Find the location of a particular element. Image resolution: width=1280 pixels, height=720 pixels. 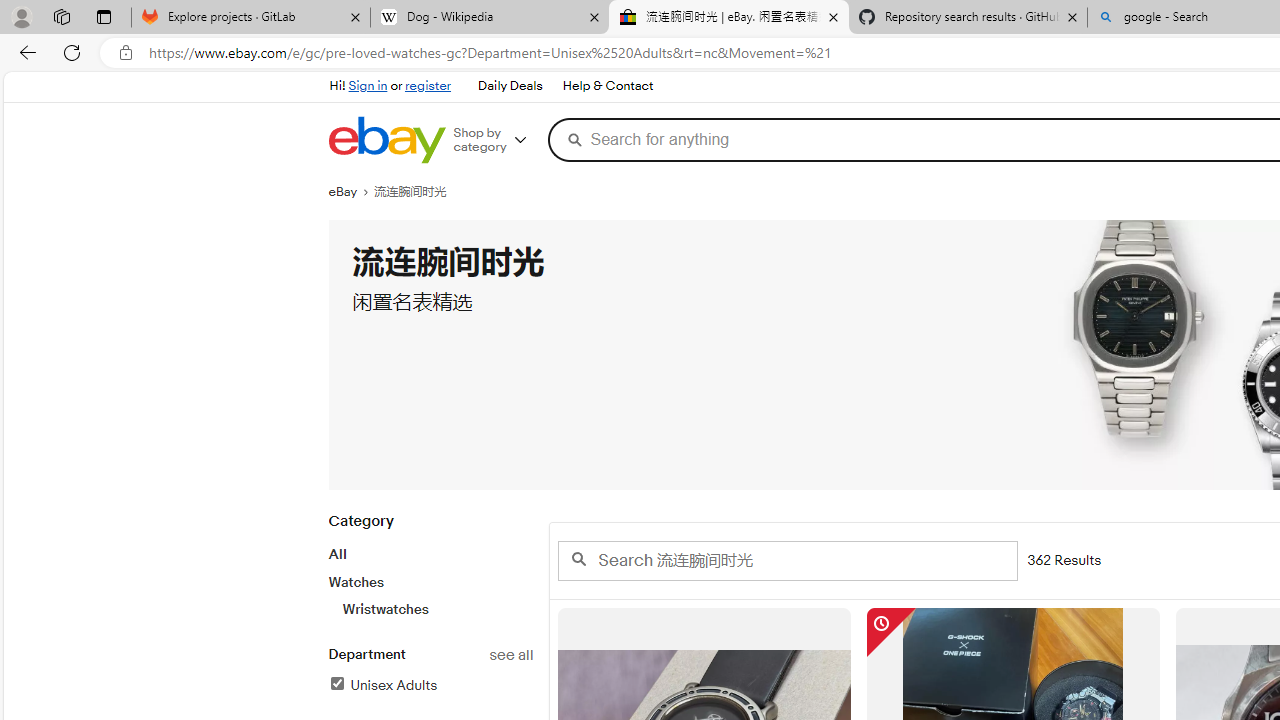

'Shop by category' is located at coordinates (497, 139).